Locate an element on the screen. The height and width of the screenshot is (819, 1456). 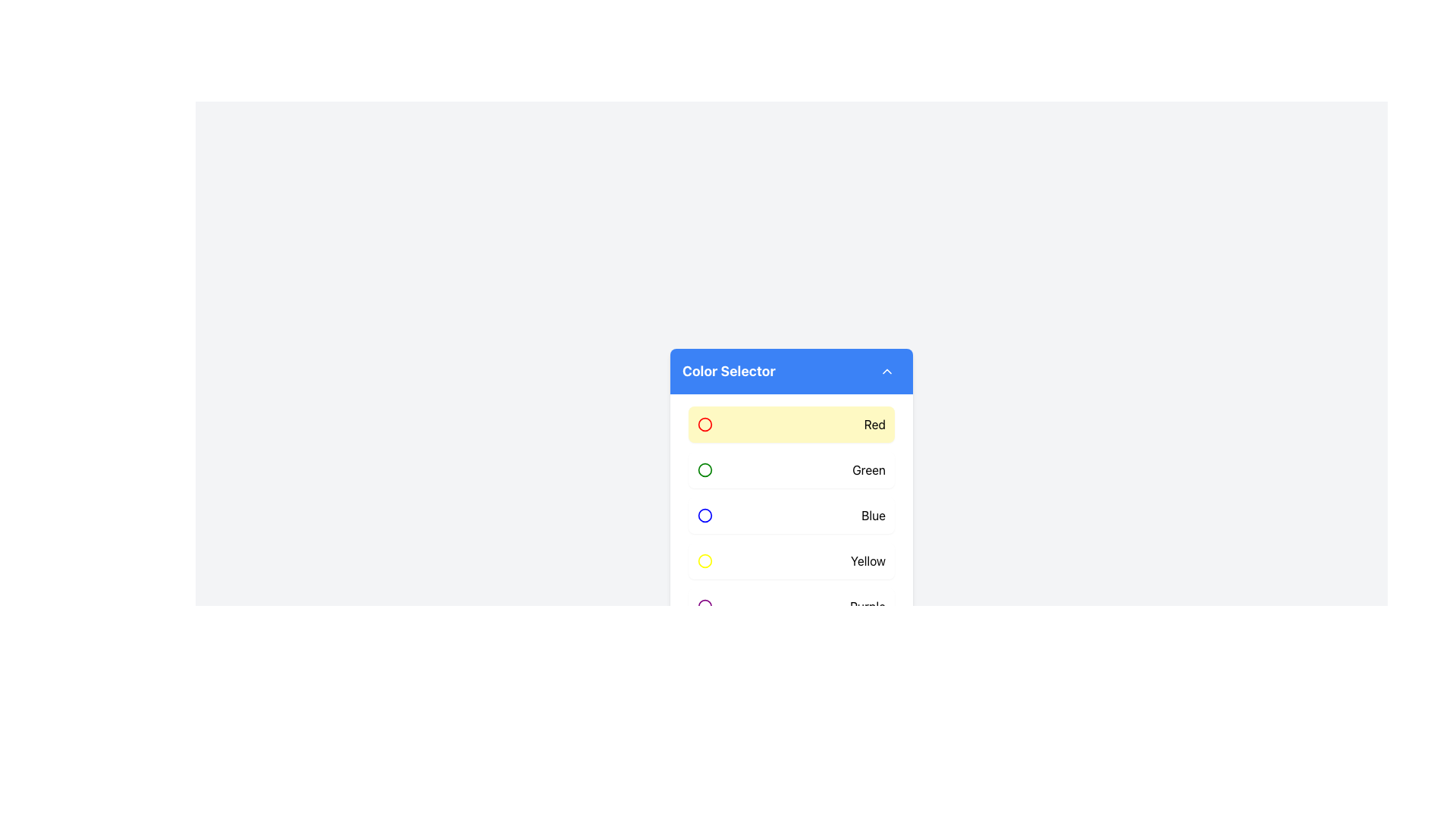
the toggle button located at the top-right corner of the blue header bar in the 'Color Selector' section is located at coordinates (887, 371).